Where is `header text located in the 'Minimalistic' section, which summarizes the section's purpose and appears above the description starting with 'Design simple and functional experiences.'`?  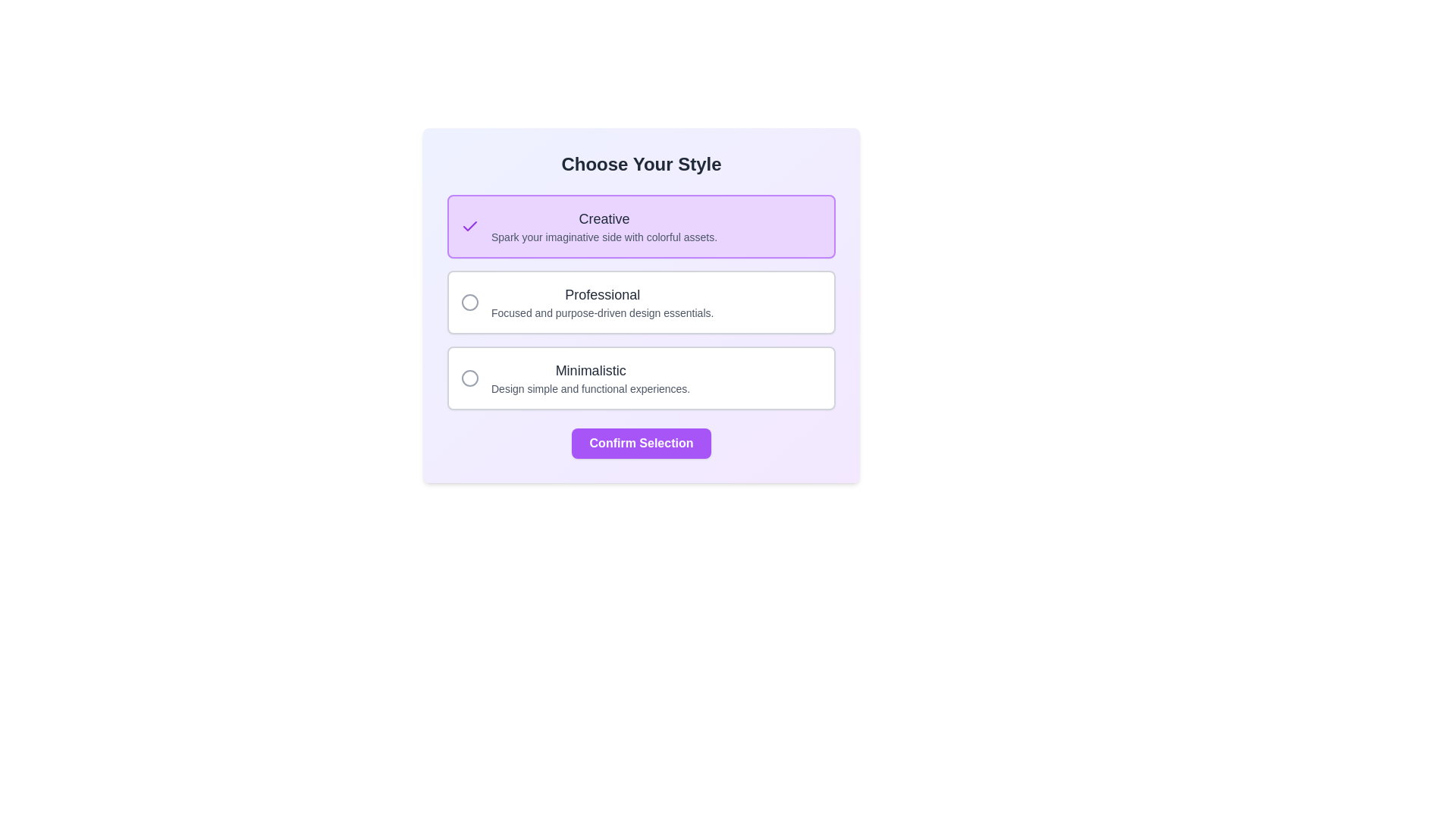
header text located in the 'Minimalistic' section, which summarizes the section's purpose and appears above the description starting with 'Design simple and functional experiences.' is located at coordinates (590, 371).